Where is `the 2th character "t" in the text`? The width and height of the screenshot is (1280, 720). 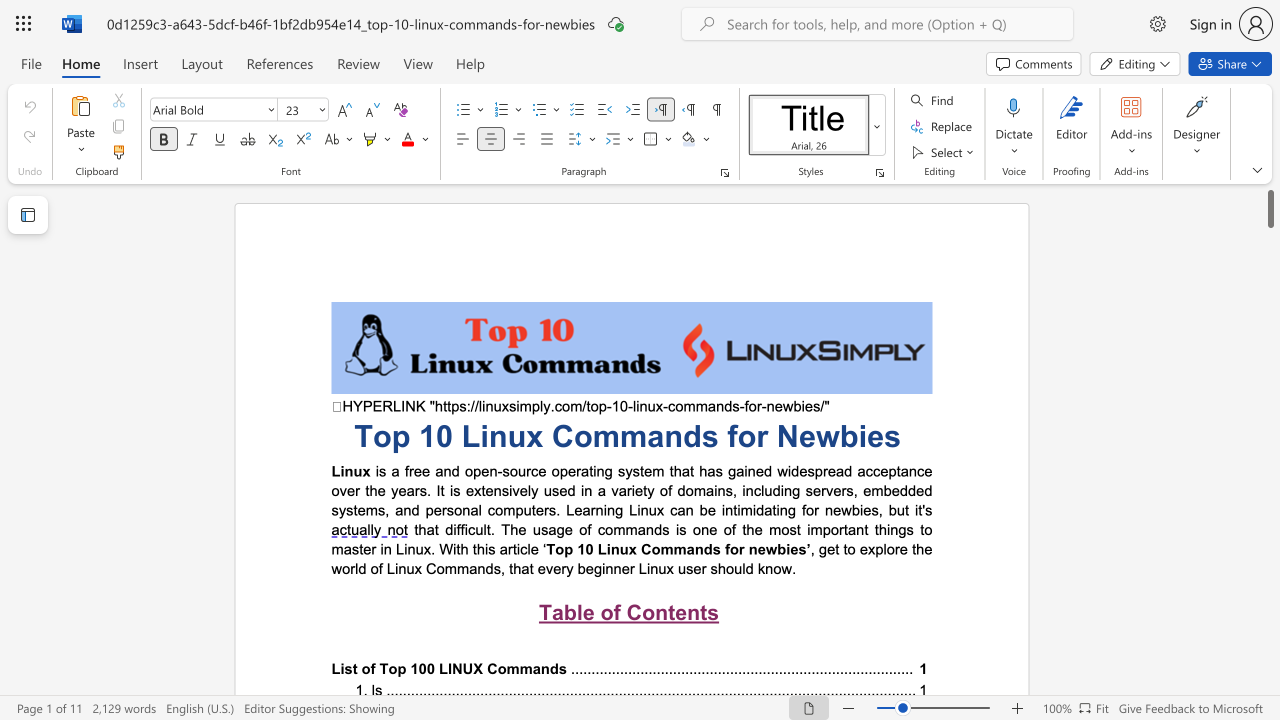 the 2th character "t" in the text is located at coordinates (435, 528).